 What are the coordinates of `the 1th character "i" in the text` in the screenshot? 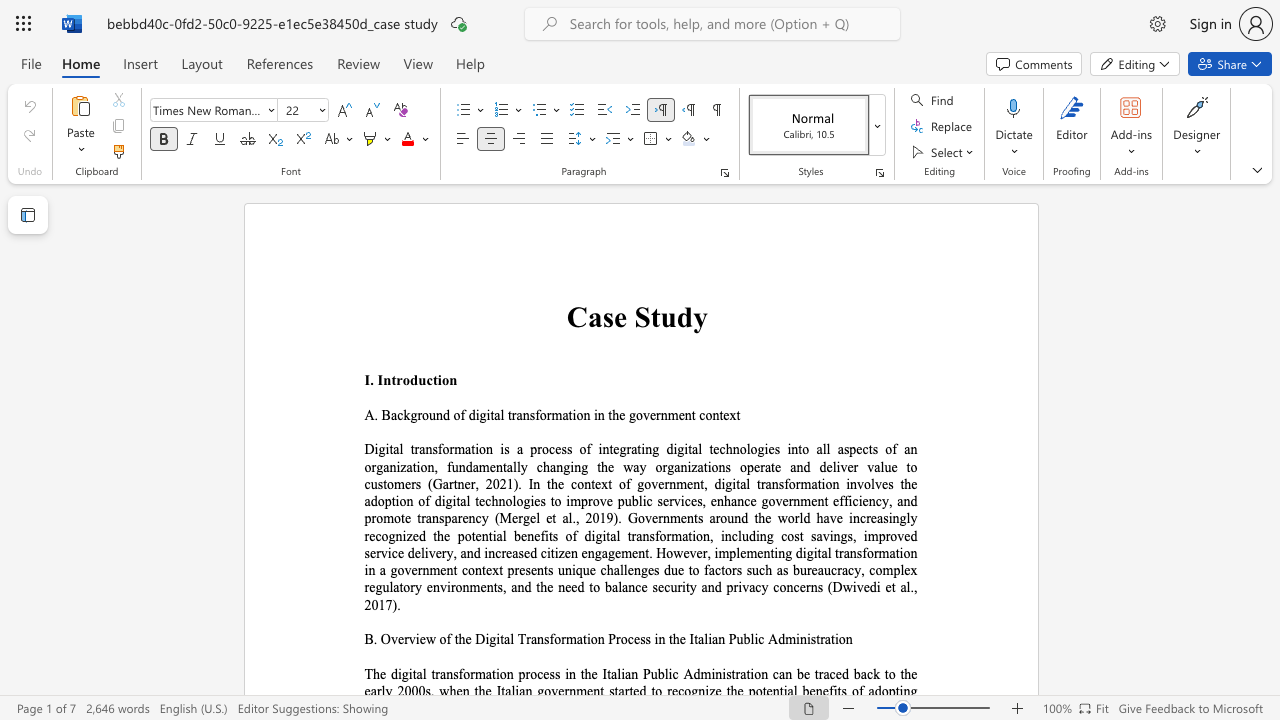 It's located at (438, 380).